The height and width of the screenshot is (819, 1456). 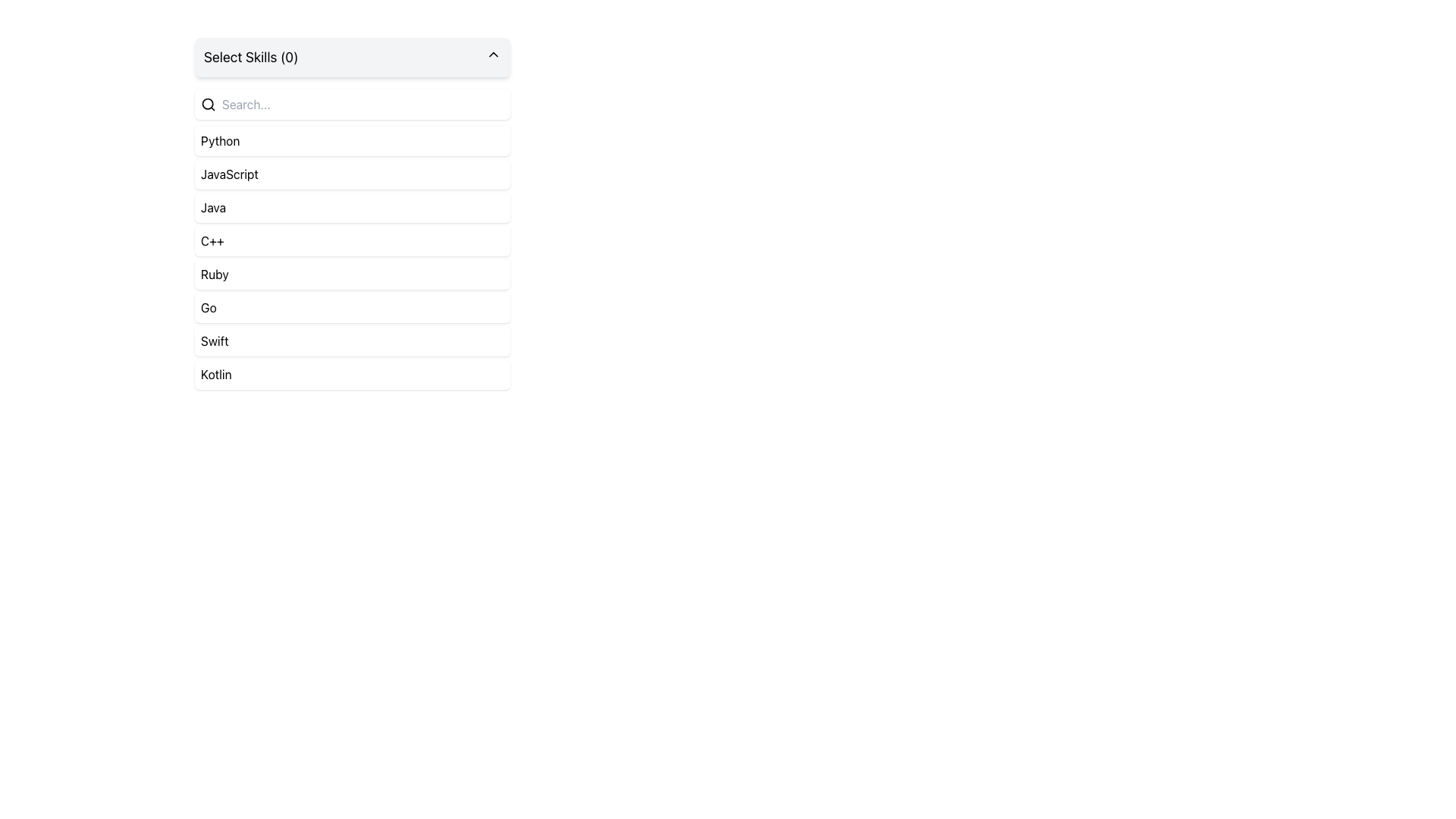 What do you see at coordinates (352, 207) in the screenshot?
I see `the 'Java' button-like list item in the programming languages selection menu` at bounding box center [352, 207].